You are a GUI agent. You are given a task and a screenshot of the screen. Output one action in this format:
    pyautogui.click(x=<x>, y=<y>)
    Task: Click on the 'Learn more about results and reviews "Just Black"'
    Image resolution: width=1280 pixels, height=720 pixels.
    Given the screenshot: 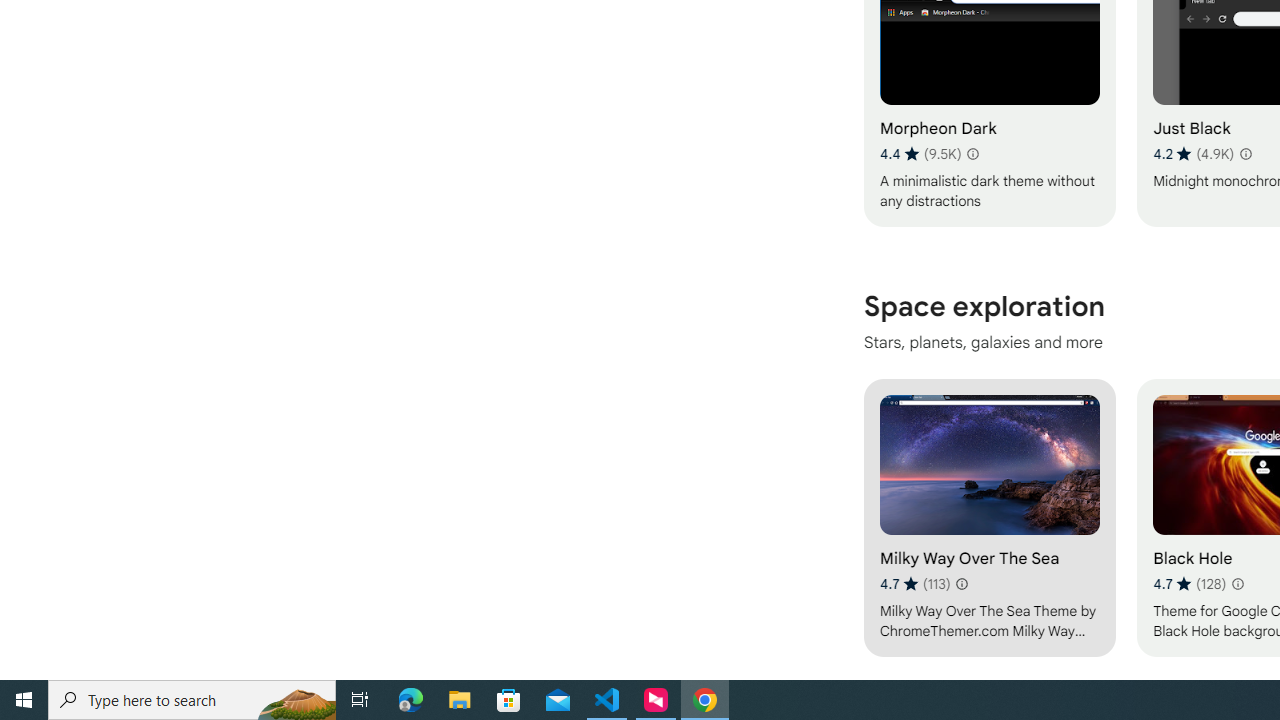 What is the action you would take?
    pyautogui.click(x=1243, y=153)
    